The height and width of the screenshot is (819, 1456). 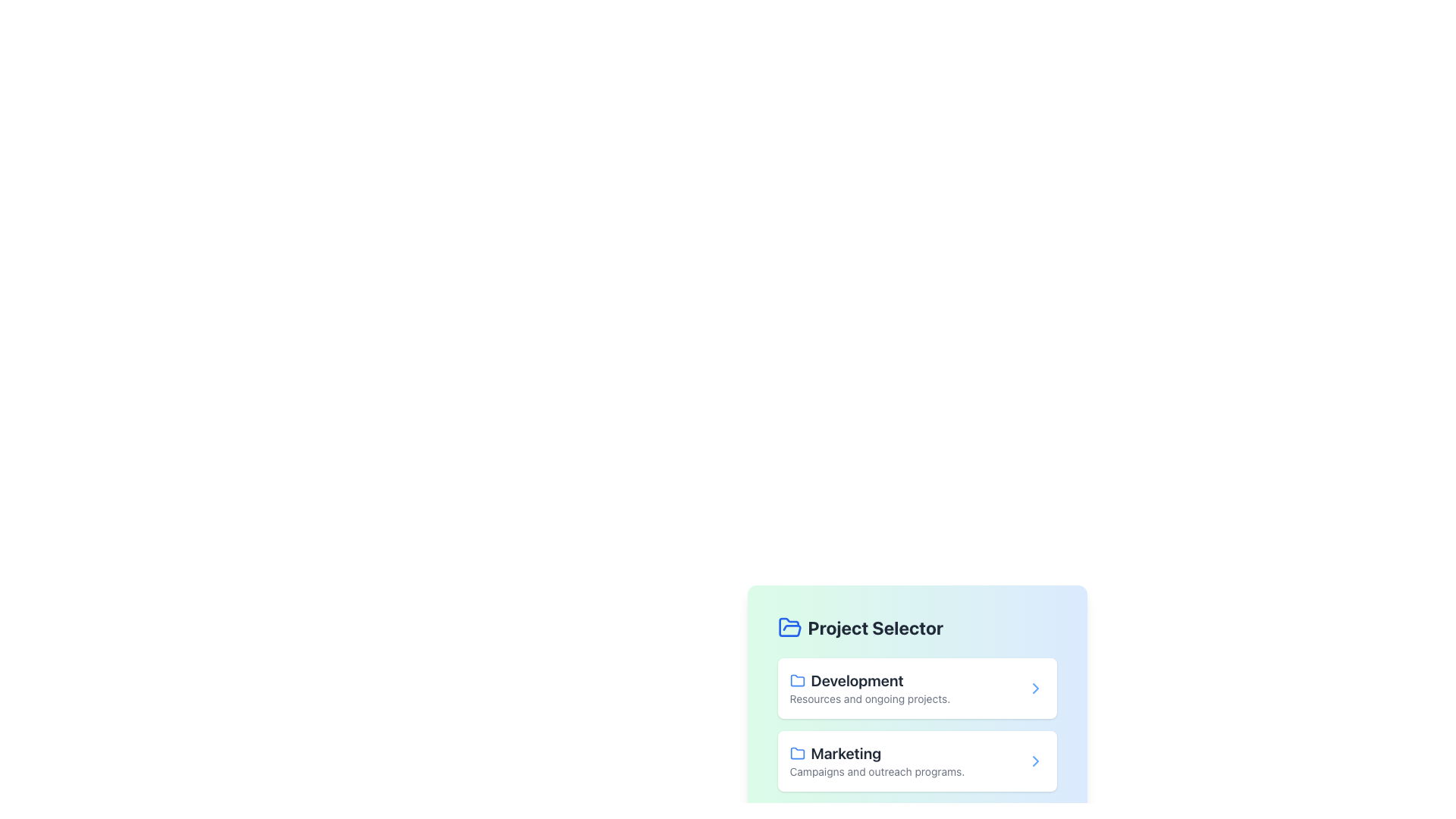 I want to click on the 'Marketing' label with description in the 'Project Selector' section for focus or highlighting, so click(x=877, y=761).